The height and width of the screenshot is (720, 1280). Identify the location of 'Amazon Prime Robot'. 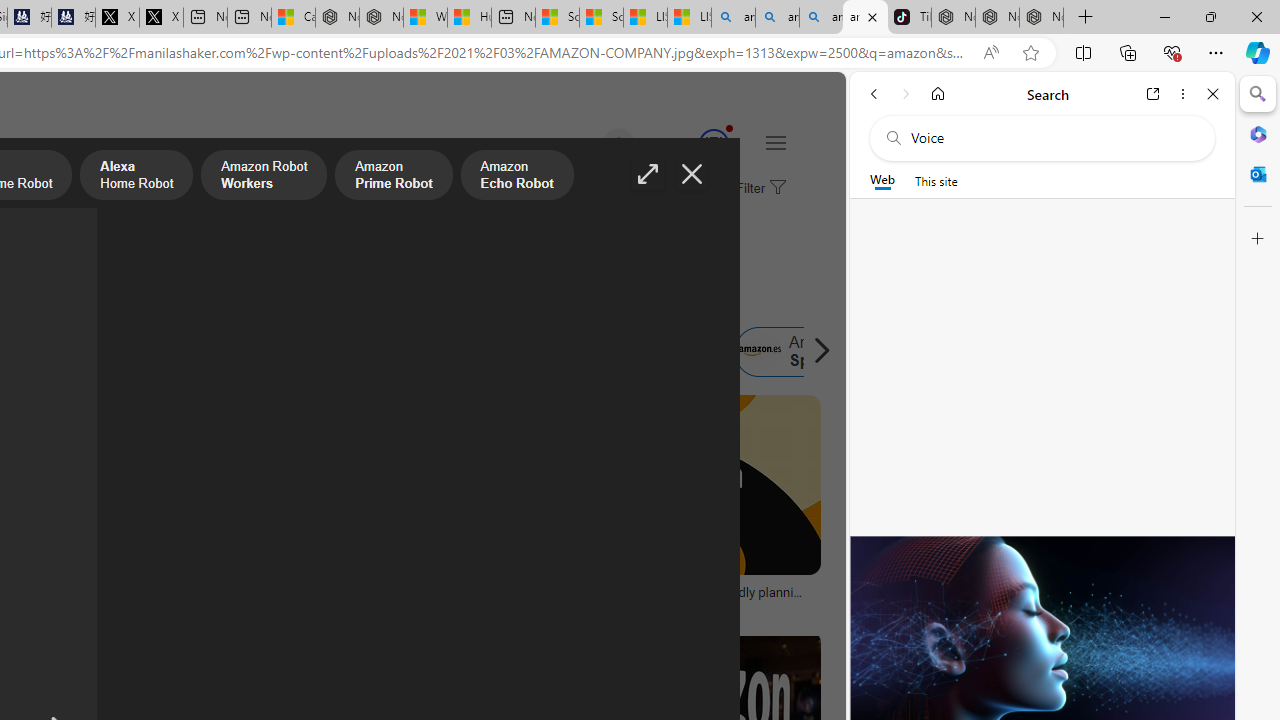
(394, 176).